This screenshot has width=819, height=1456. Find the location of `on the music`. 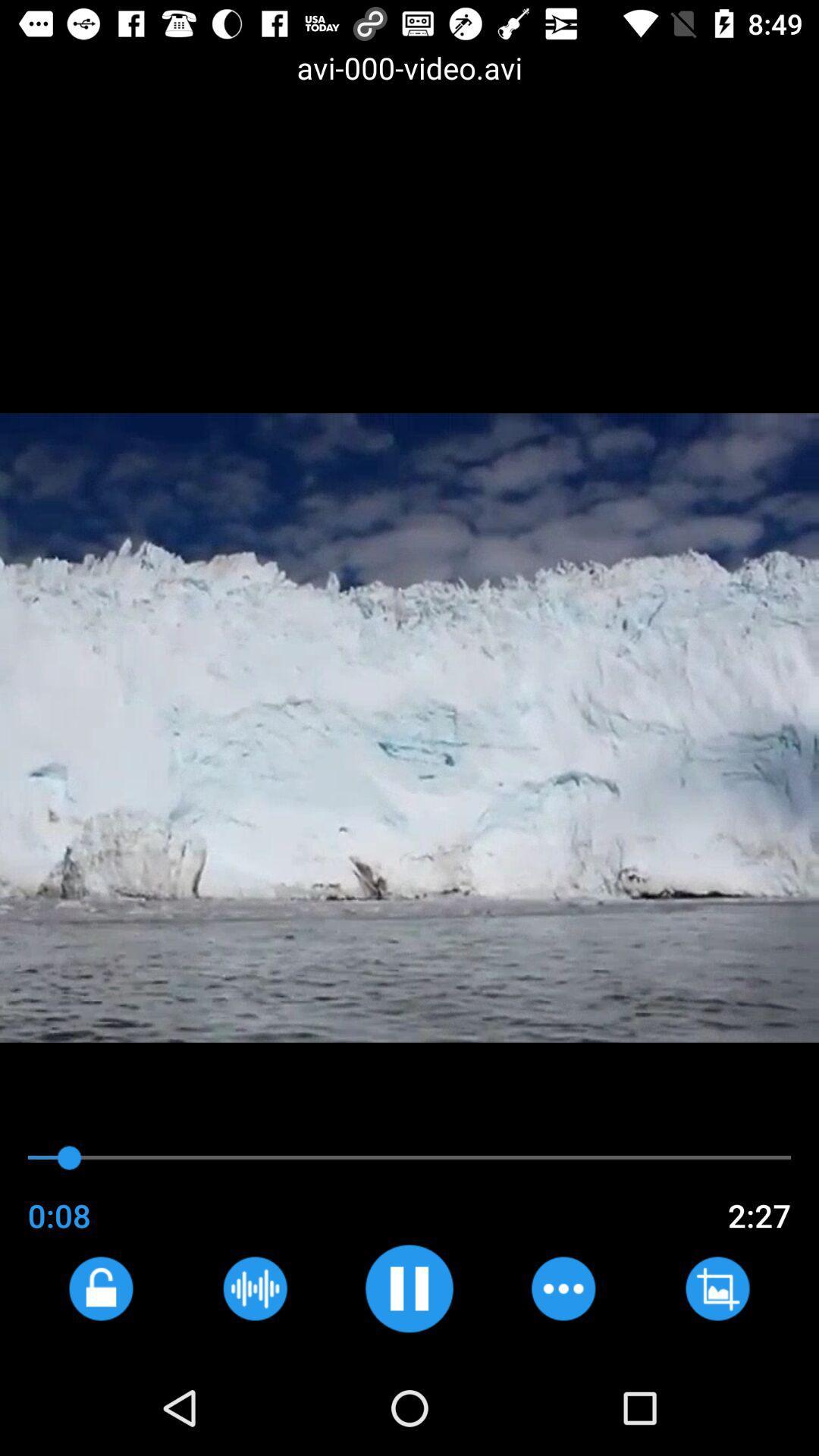

on the music is located at coordinates (408, 1288).